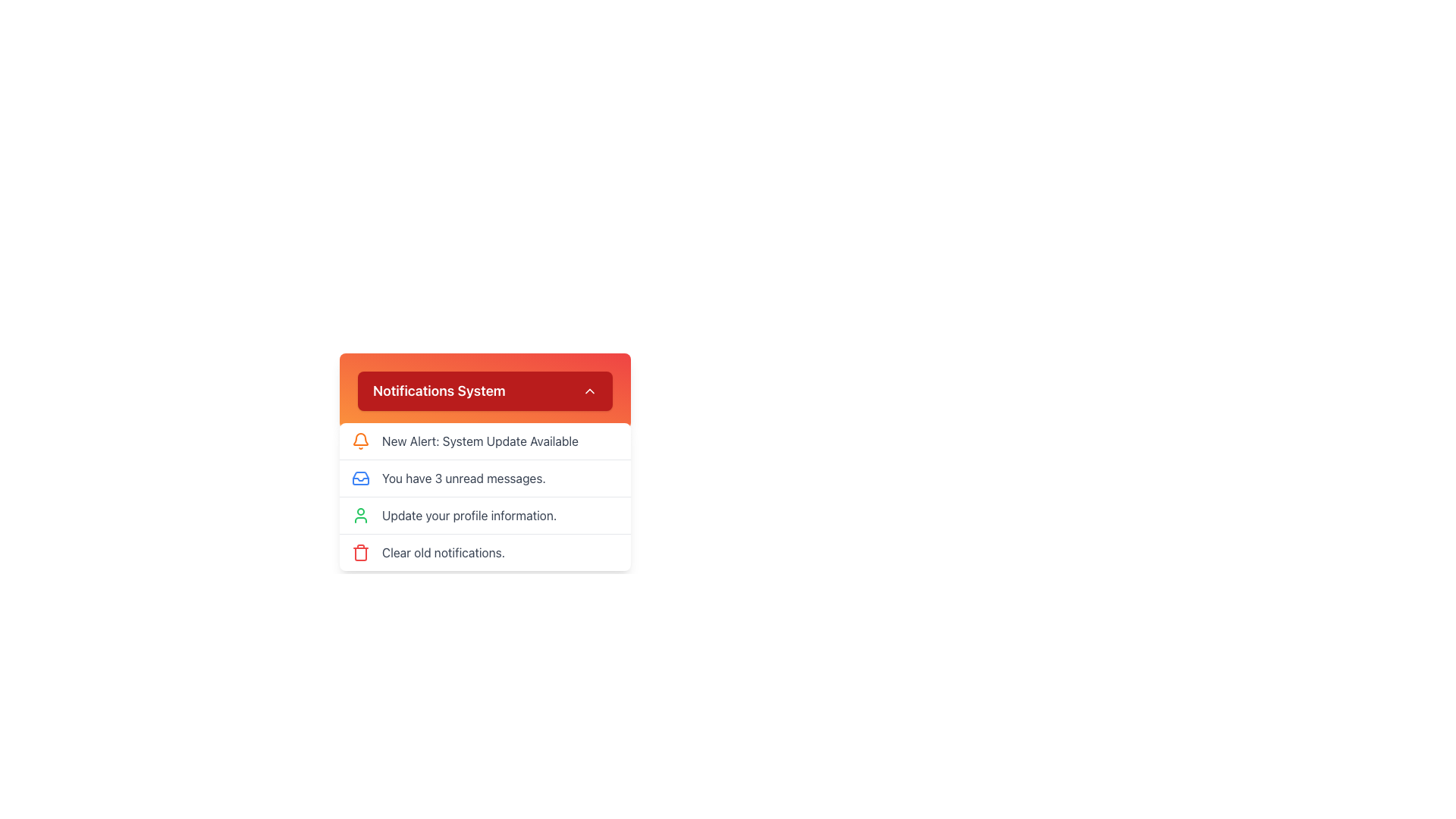 Image resolution: width=1456 pixels, height=819 pixels. What do you see at coordinates (484, 391) in the screenshot?
I see `the 'Notifications System' button with bold white text on a red background` at bounding box center [484, 391].